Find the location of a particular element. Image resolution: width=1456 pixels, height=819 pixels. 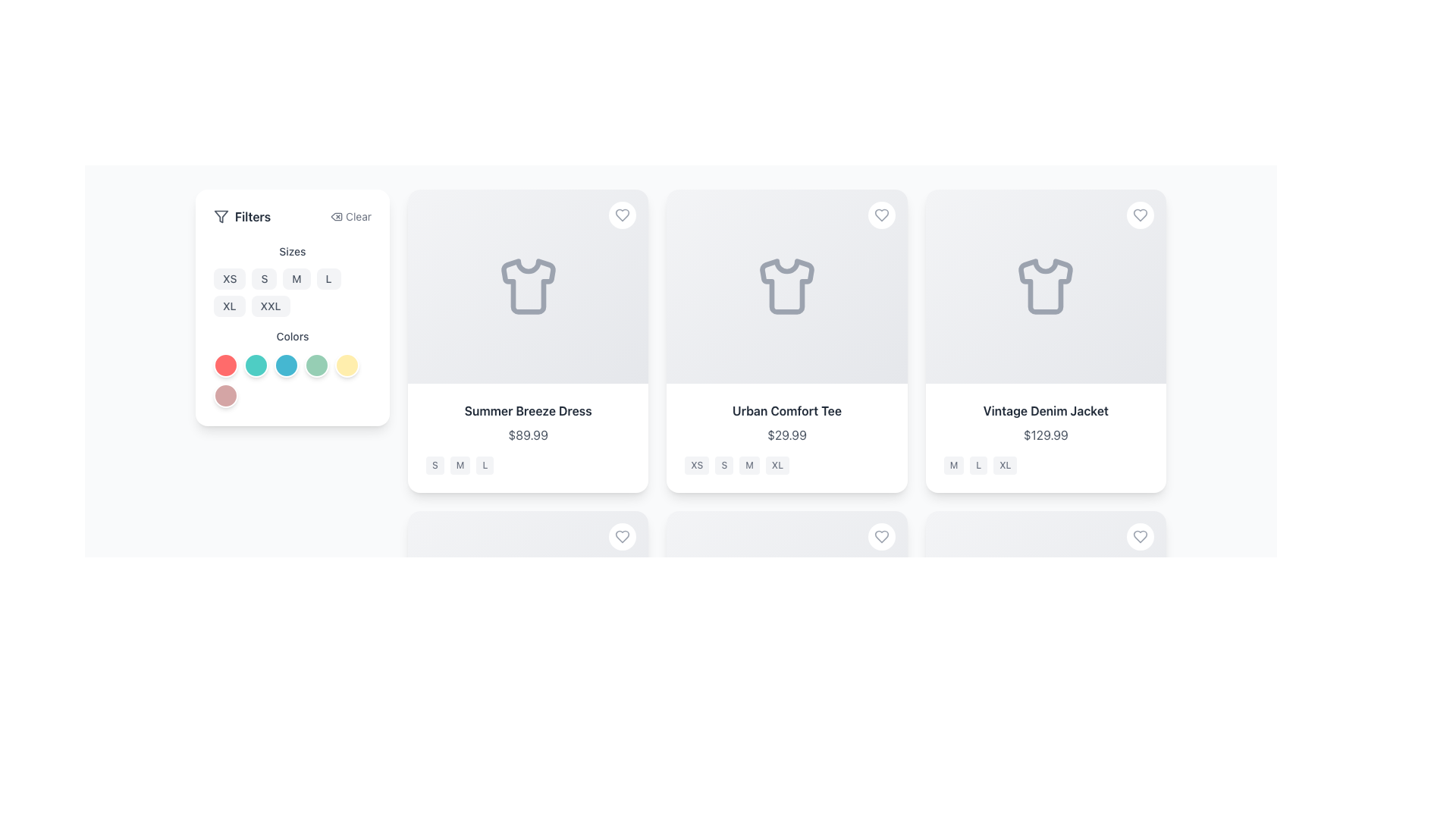

the circular button with a white background and gray heart icon located at the top-right corner of the 'Summer Breeze Dress' product card is located at coordinates (623, 215).